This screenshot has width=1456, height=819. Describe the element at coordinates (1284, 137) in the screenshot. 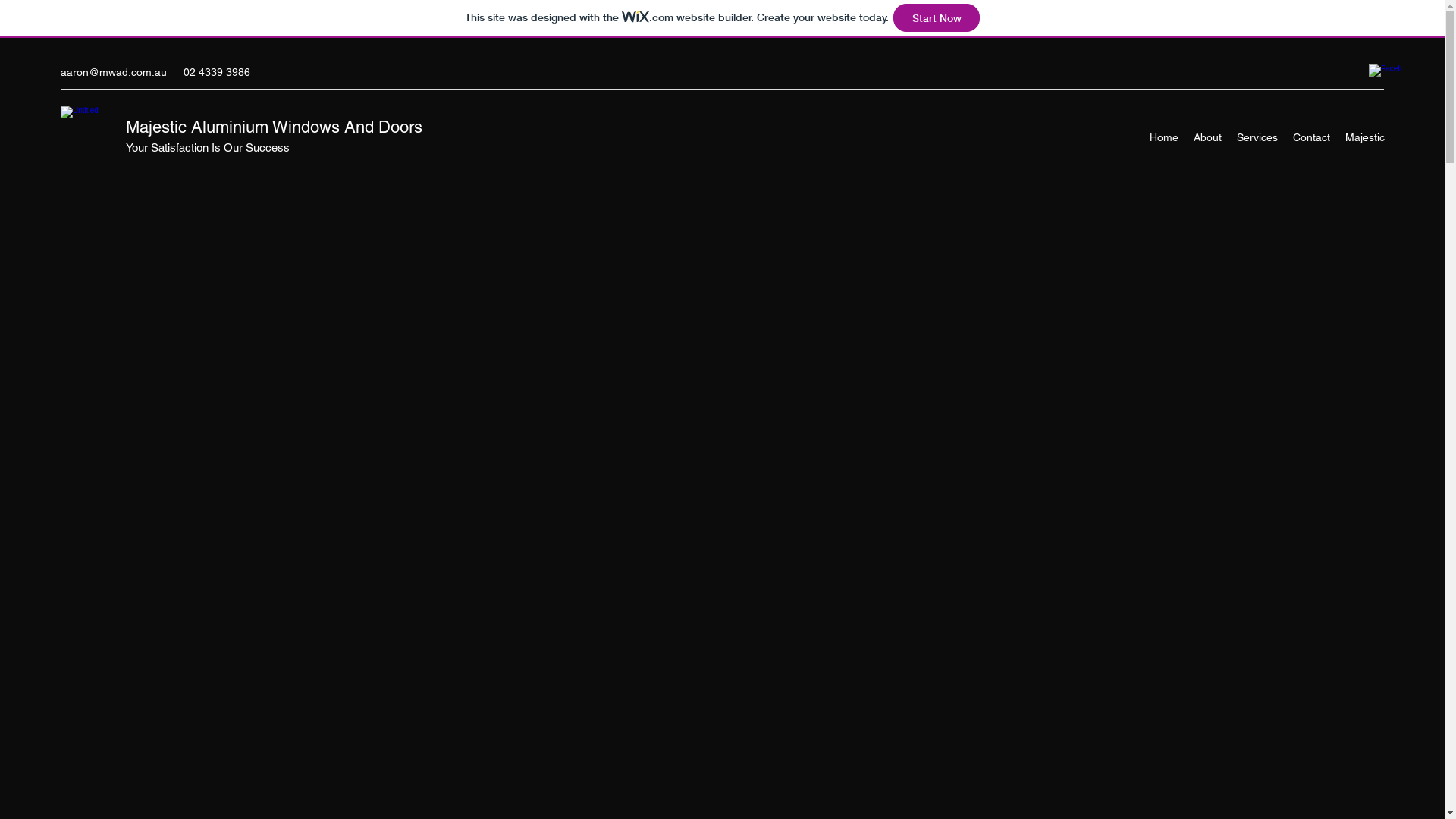

I see `'Contact'` at that location.